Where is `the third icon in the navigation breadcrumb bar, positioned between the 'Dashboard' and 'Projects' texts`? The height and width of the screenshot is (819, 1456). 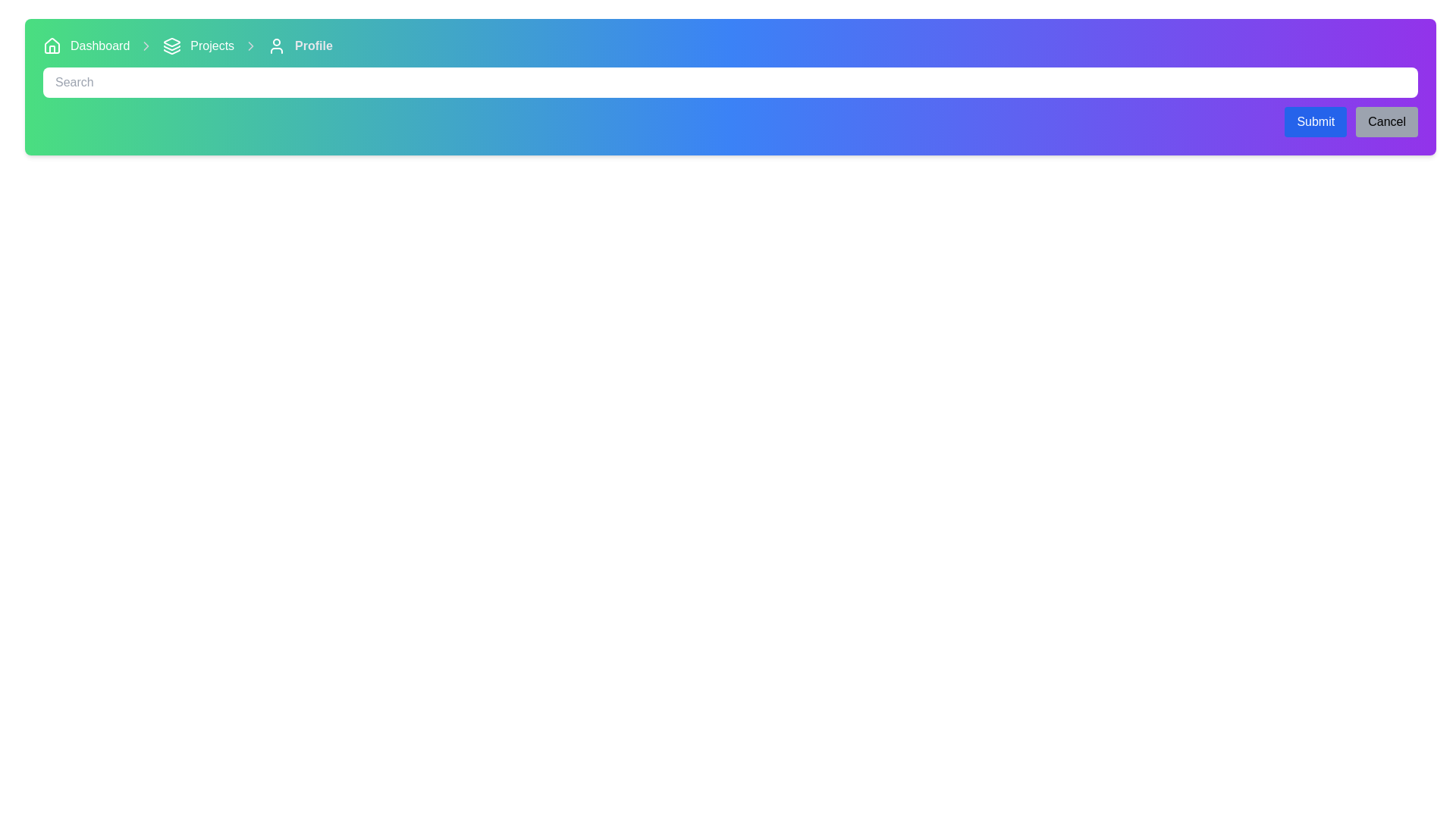
the third icon in the navigation breadcrumb bar, positioned between the 'Dashboard' and 'Projects' texts is located at coordinates (172, 45).